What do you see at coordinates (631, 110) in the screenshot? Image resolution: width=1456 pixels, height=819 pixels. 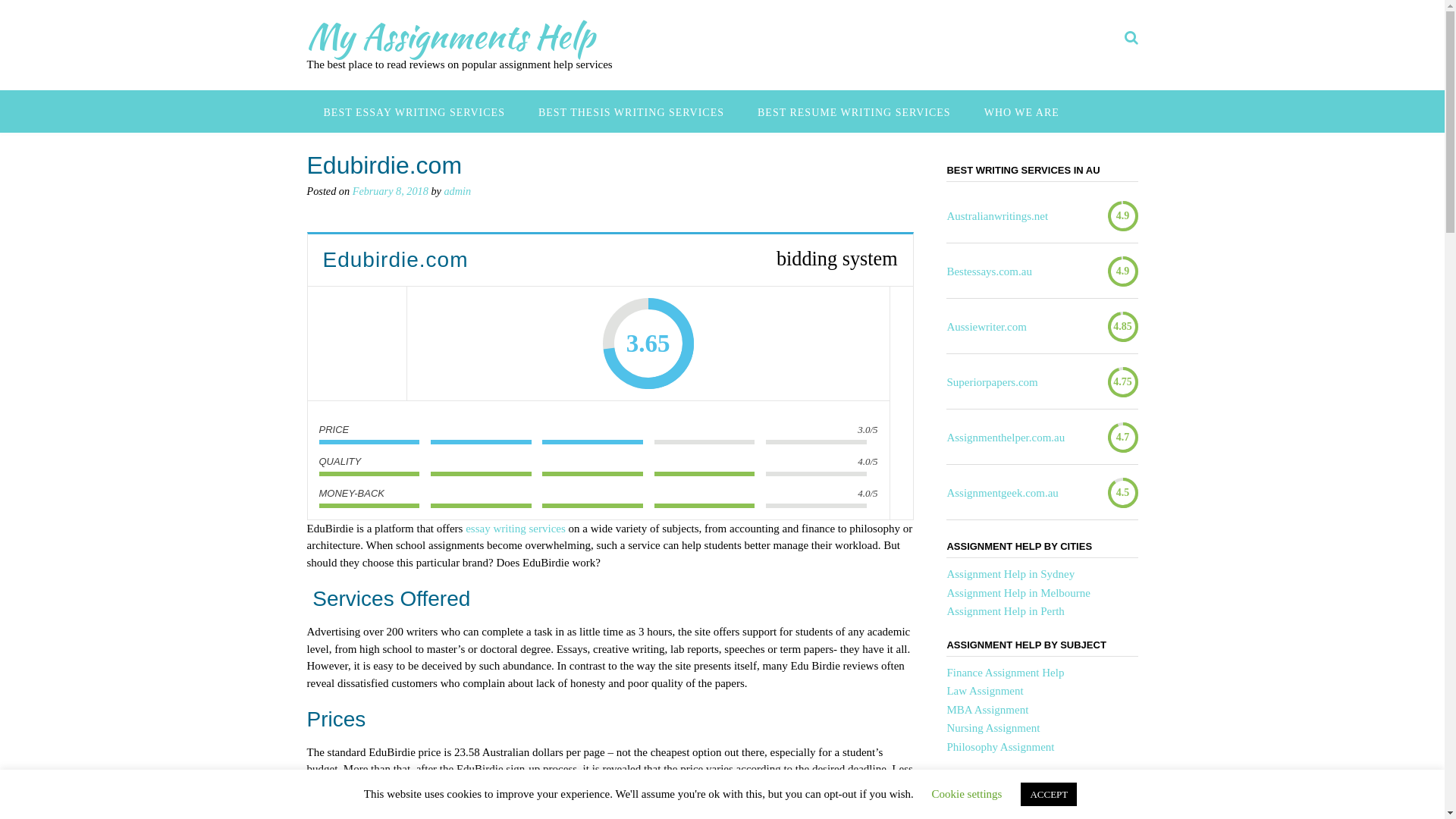 I see `'BEST THESIS WRITING SERVICES'` at bounding box center [631, 110].